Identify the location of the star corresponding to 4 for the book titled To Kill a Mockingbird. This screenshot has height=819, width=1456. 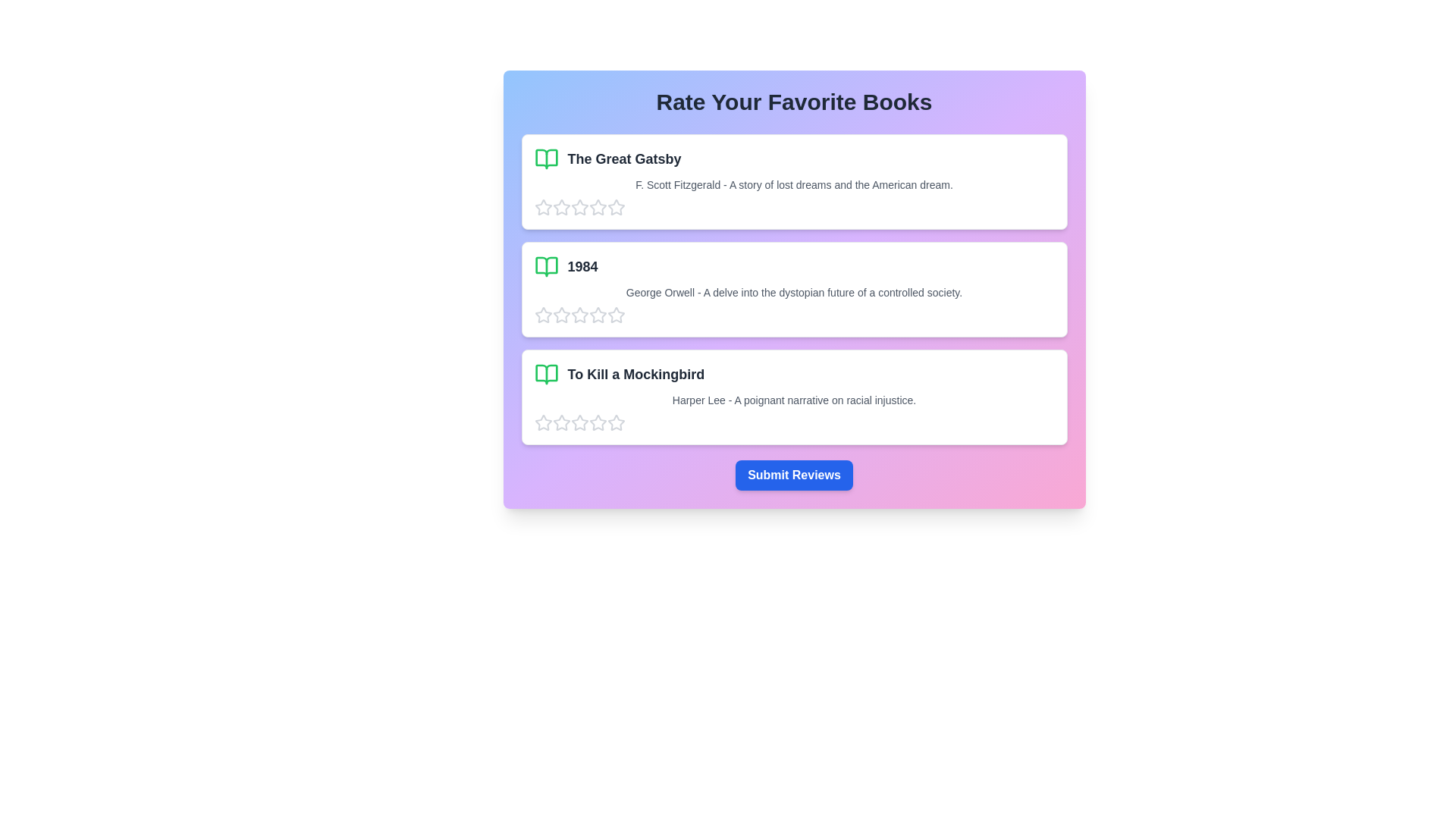
(597, 423).